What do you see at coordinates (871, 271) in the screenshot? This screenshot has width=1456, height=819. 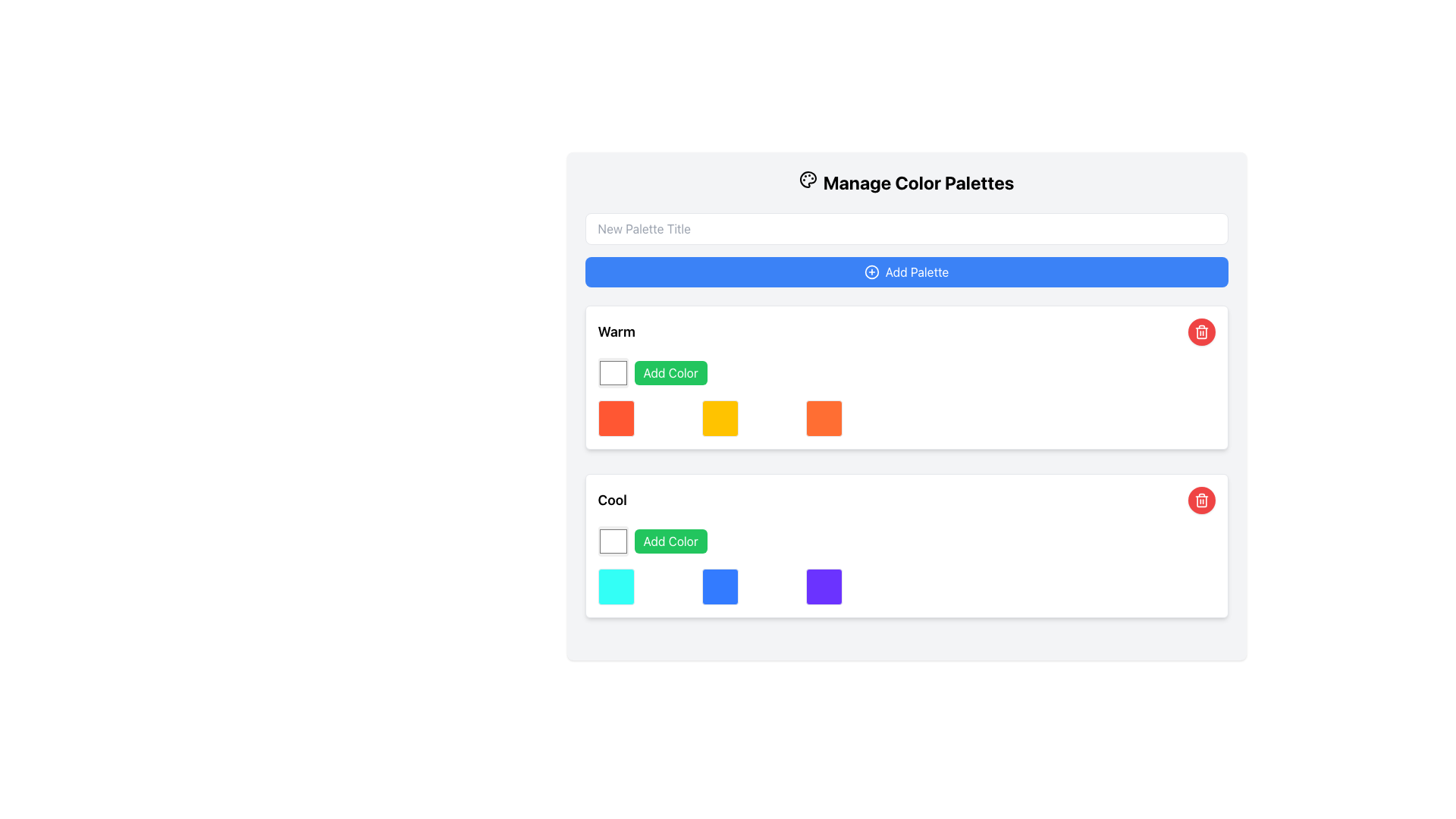 I see `the '+' icon graphic element within the 'Add Palette' button, which is a circle with a visible stroke, located at the top center of the interface` at bounding box center [871, 271].